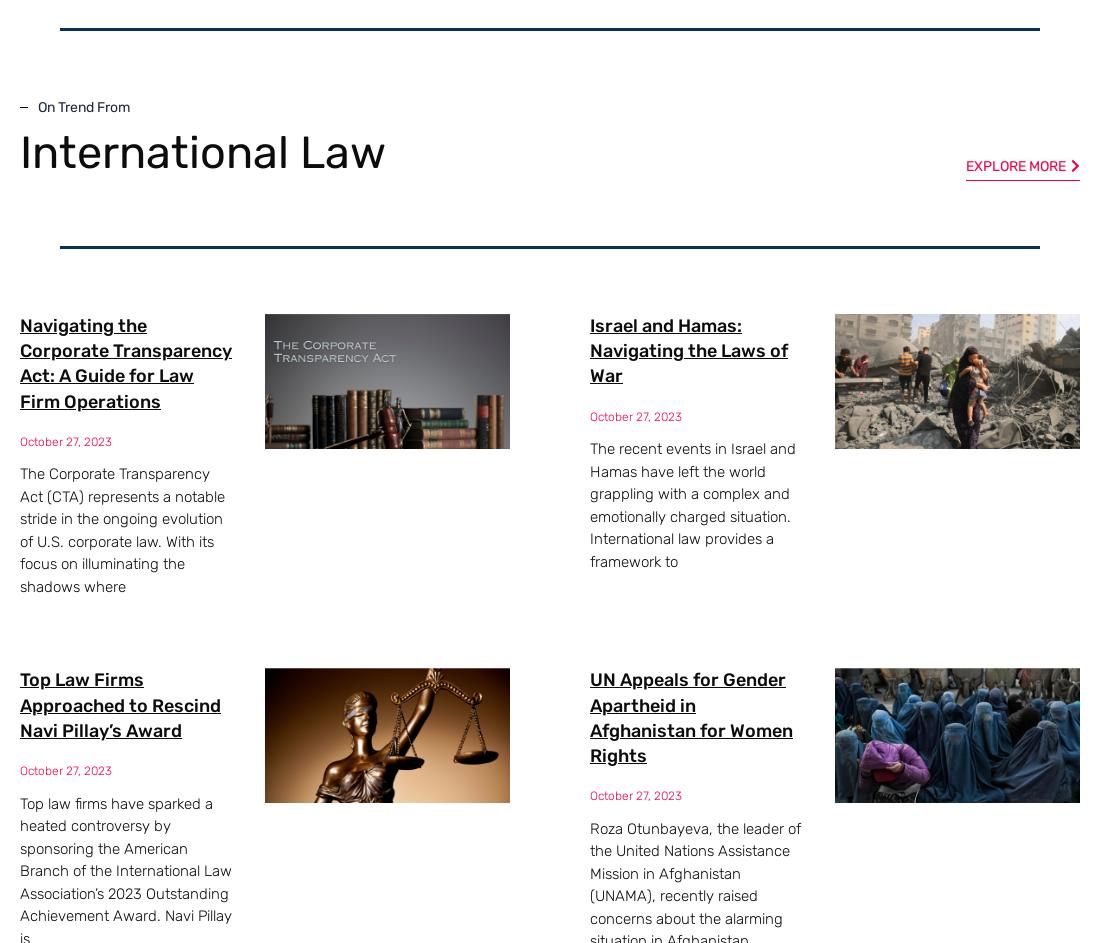 The image size is (1100, 943). Describe the element at coordinates (1014, 165) in the screenshot. I see `'Explore more'` at that location.